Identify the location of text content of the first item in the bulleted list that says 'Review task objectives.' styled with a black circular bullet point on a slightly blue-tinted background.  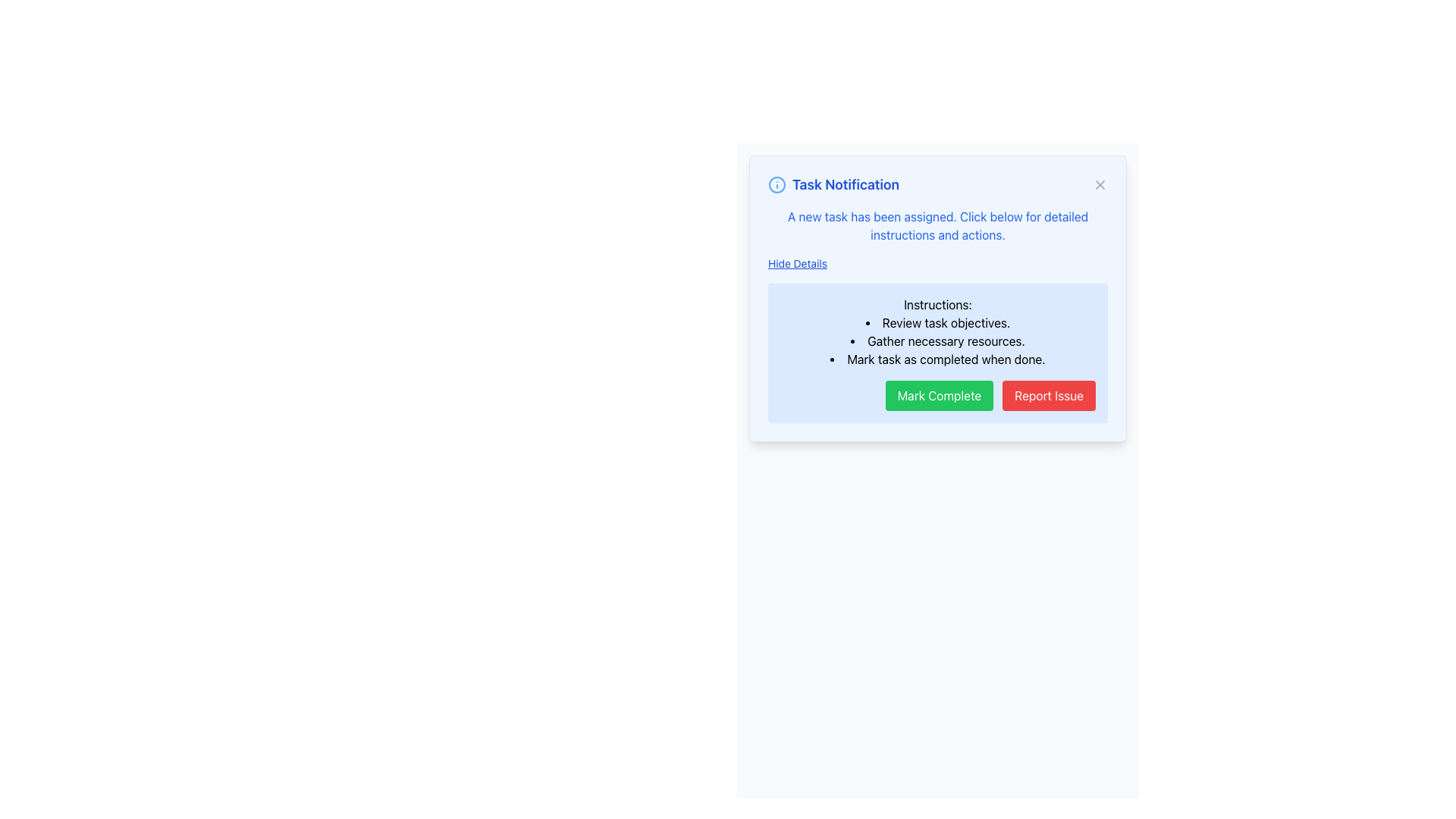
(937, 322).